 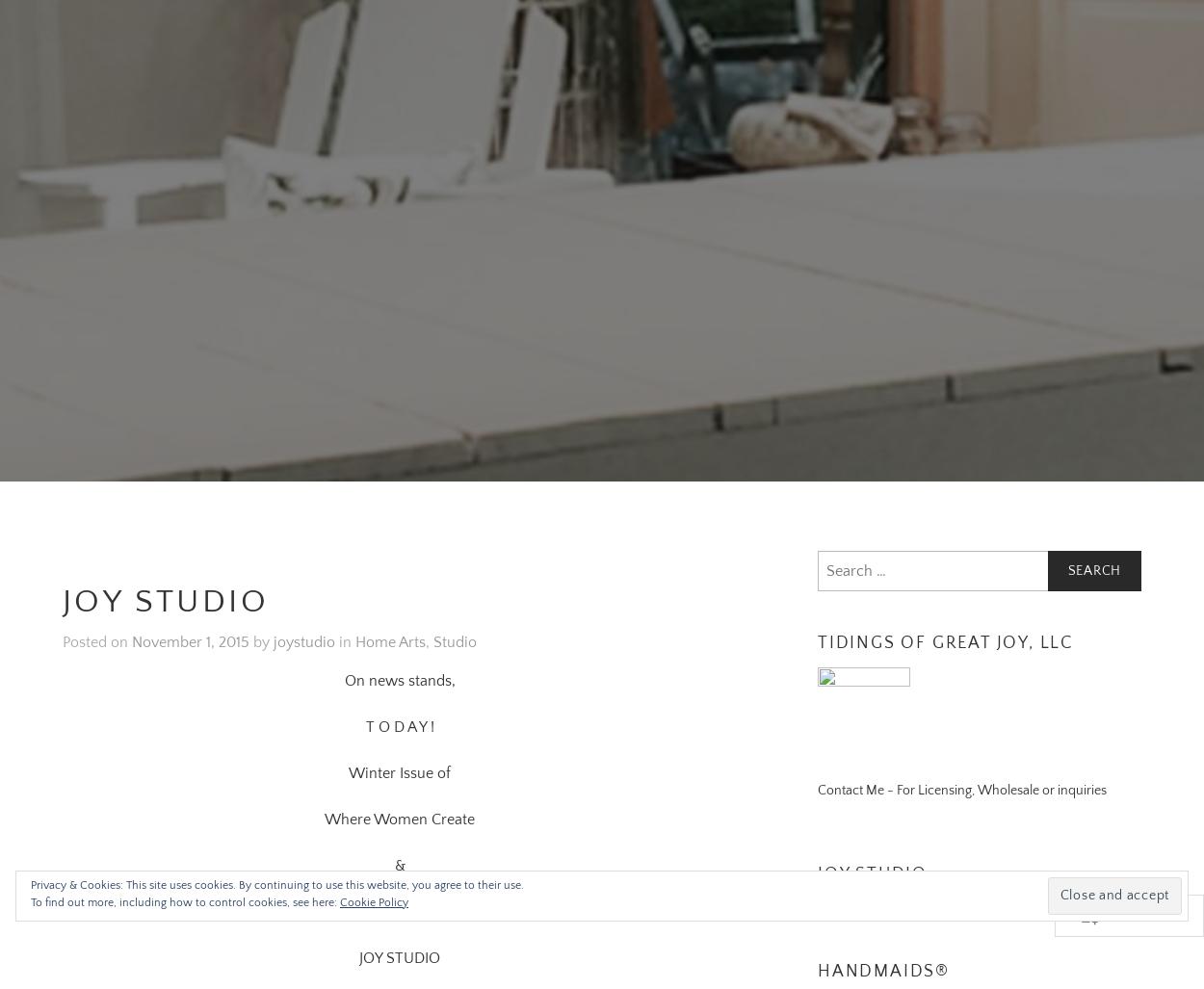 I want to click on 'joystudio', so click(x=274, y=618).